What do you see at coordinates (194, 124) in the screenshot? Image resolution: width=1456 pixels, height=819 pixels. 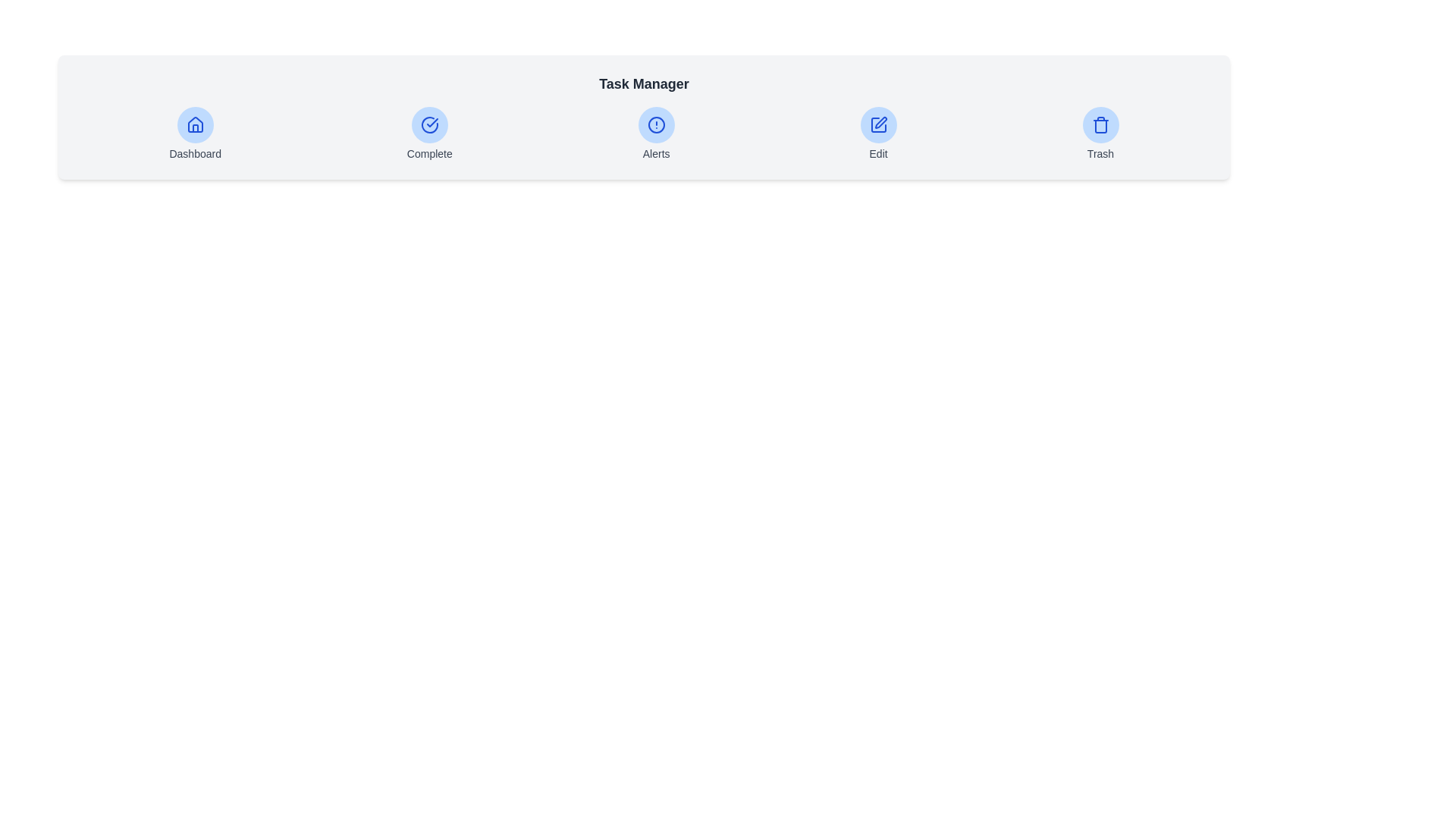 I see `the Dashboard icon button located in the top-left corner of the navigation toolbar` at bounding box center [194, 124].